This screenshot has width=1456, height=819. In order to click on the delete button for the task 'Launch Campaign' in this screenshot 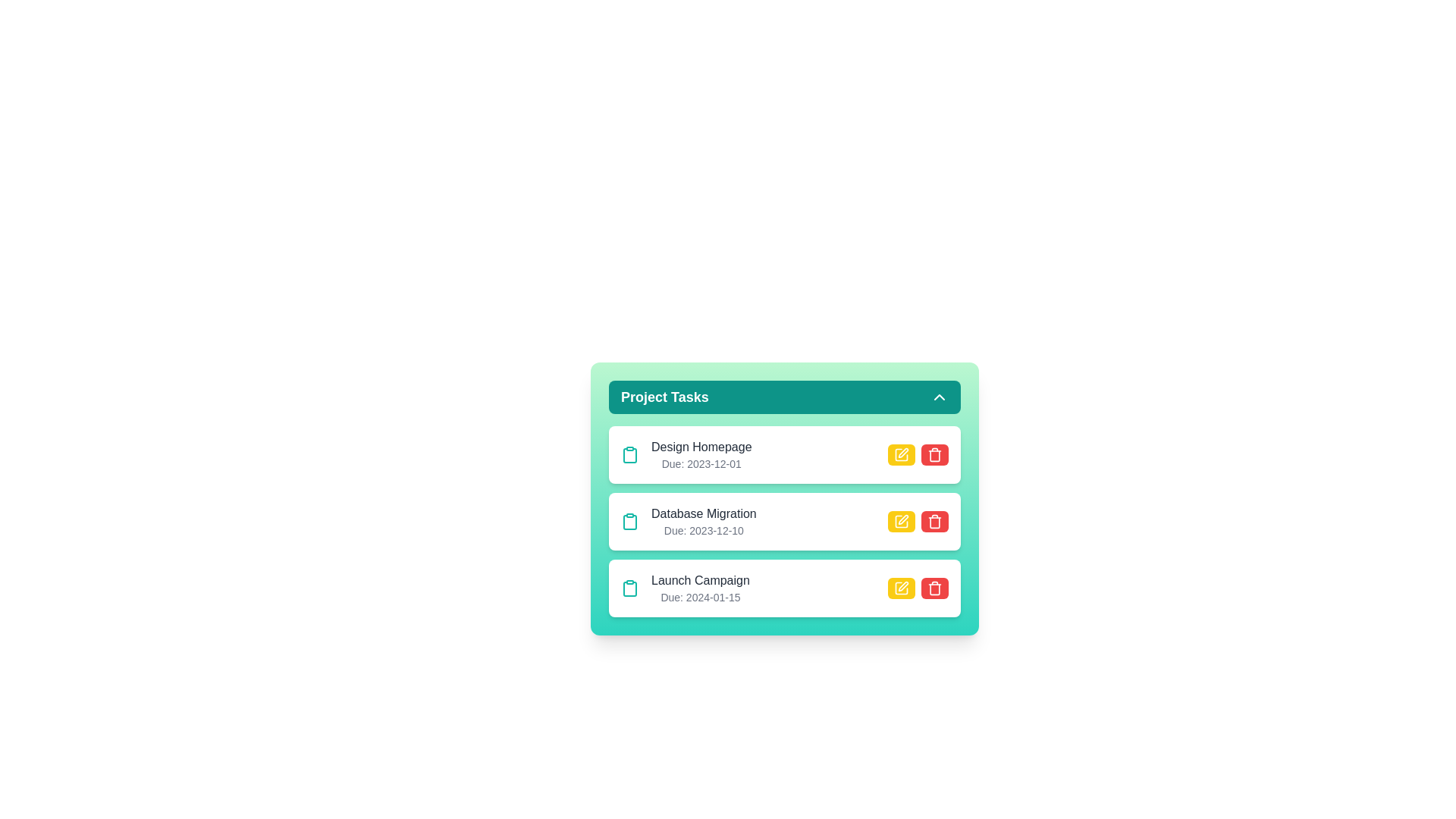, I will do `click(934, 587)`.